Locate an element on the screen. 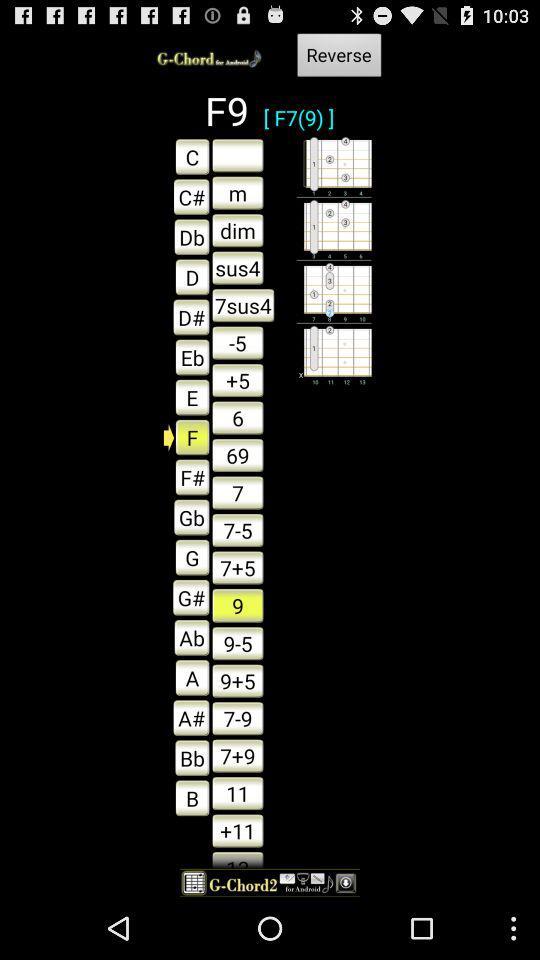  the number sixty nine is located at coordinates (237, 455).